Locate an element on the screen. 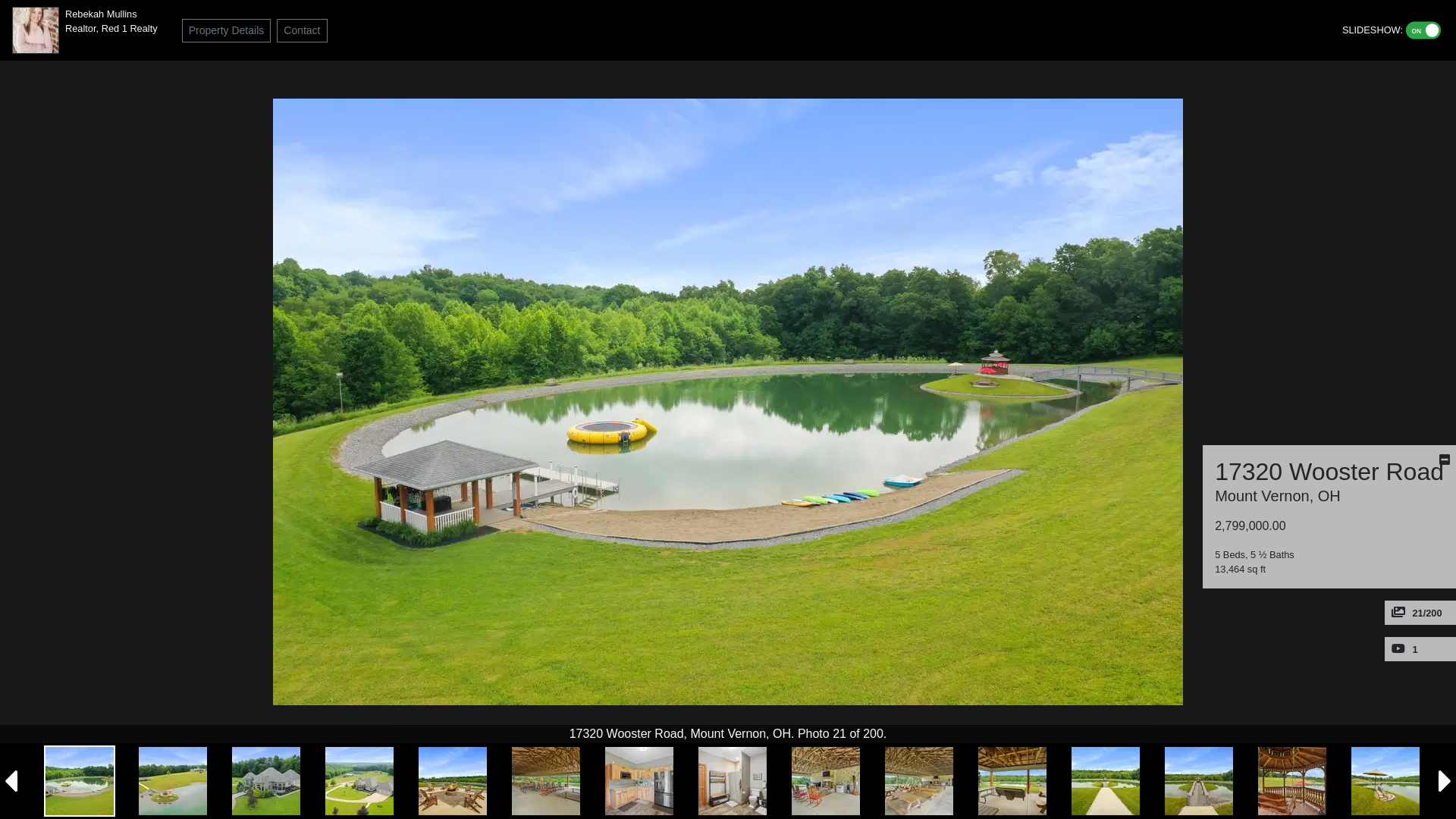 This screenshot has width=1456, height=819. 'Contact' is located at coordinates (302, 30).